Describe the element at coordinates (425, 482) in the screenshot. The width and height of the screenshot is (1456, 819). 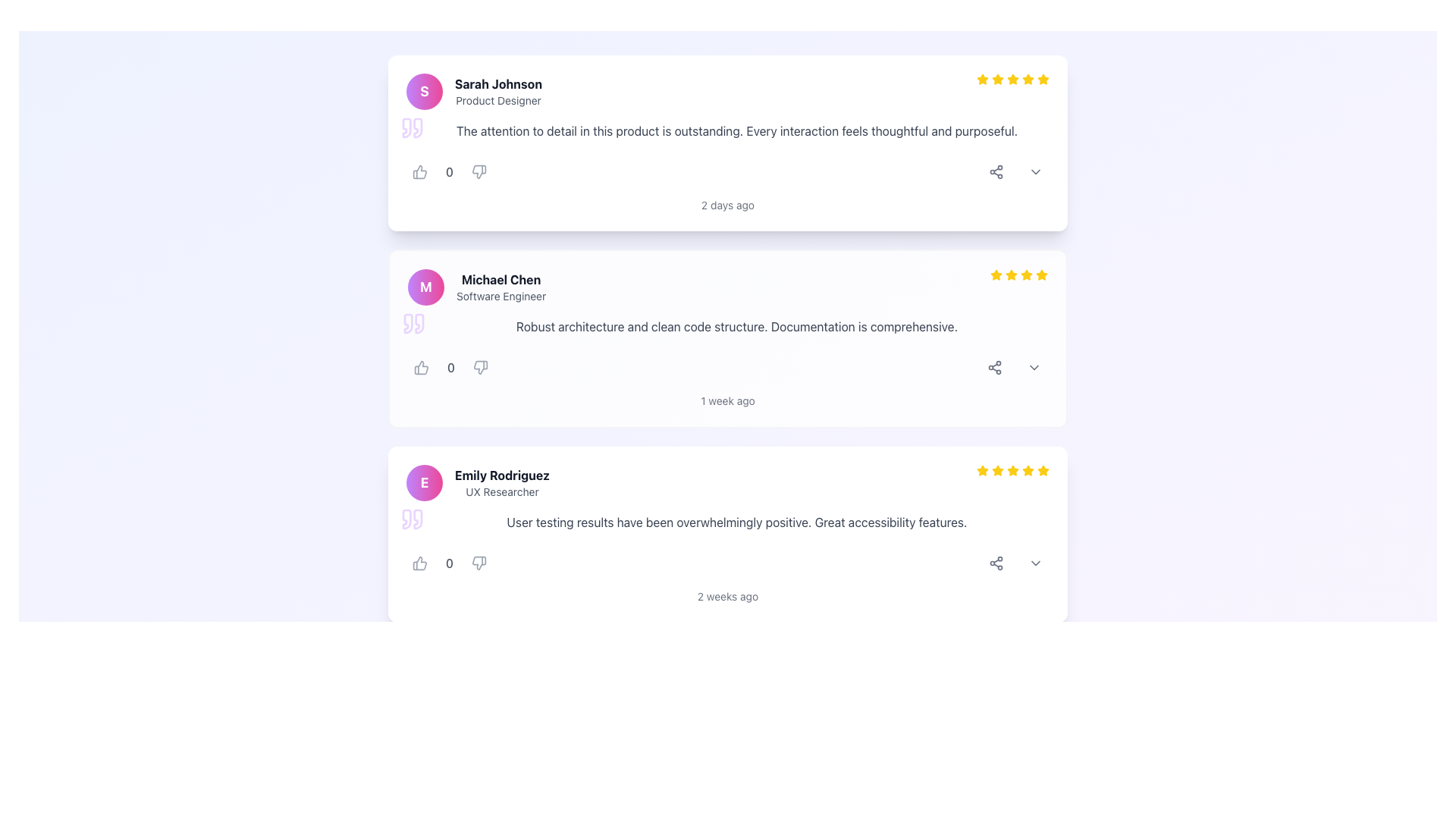
I see `the circular Avatar or Profile Icon with a gradient background and the letter 'E', located at the leftmost side of the third user review section before the text 'Emily Rodriguez UX Researcher'` at that location.